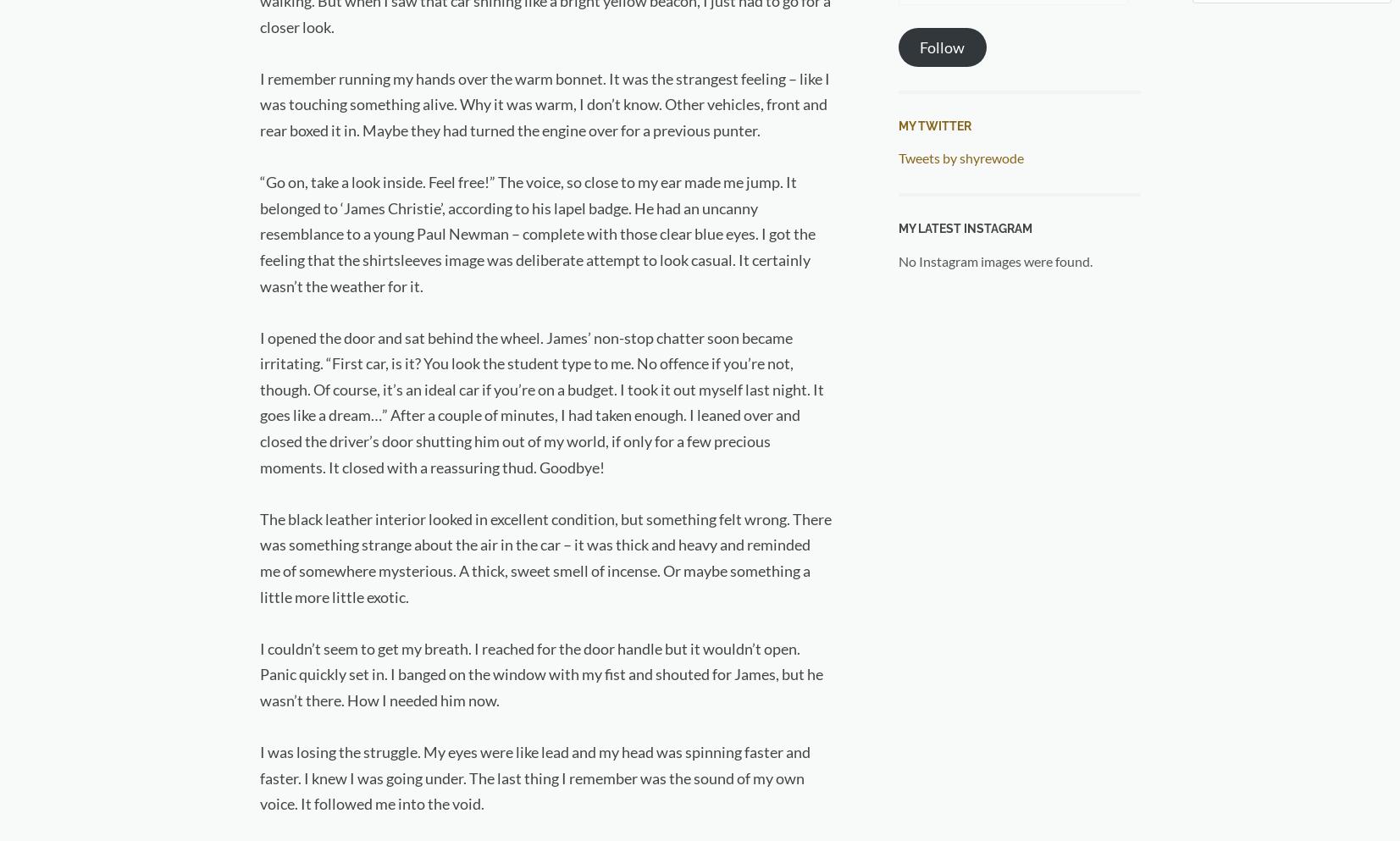 This screenshot has width=1400, height=841. I want to click on 'Tweets by shyrewode', so click(960, 157).